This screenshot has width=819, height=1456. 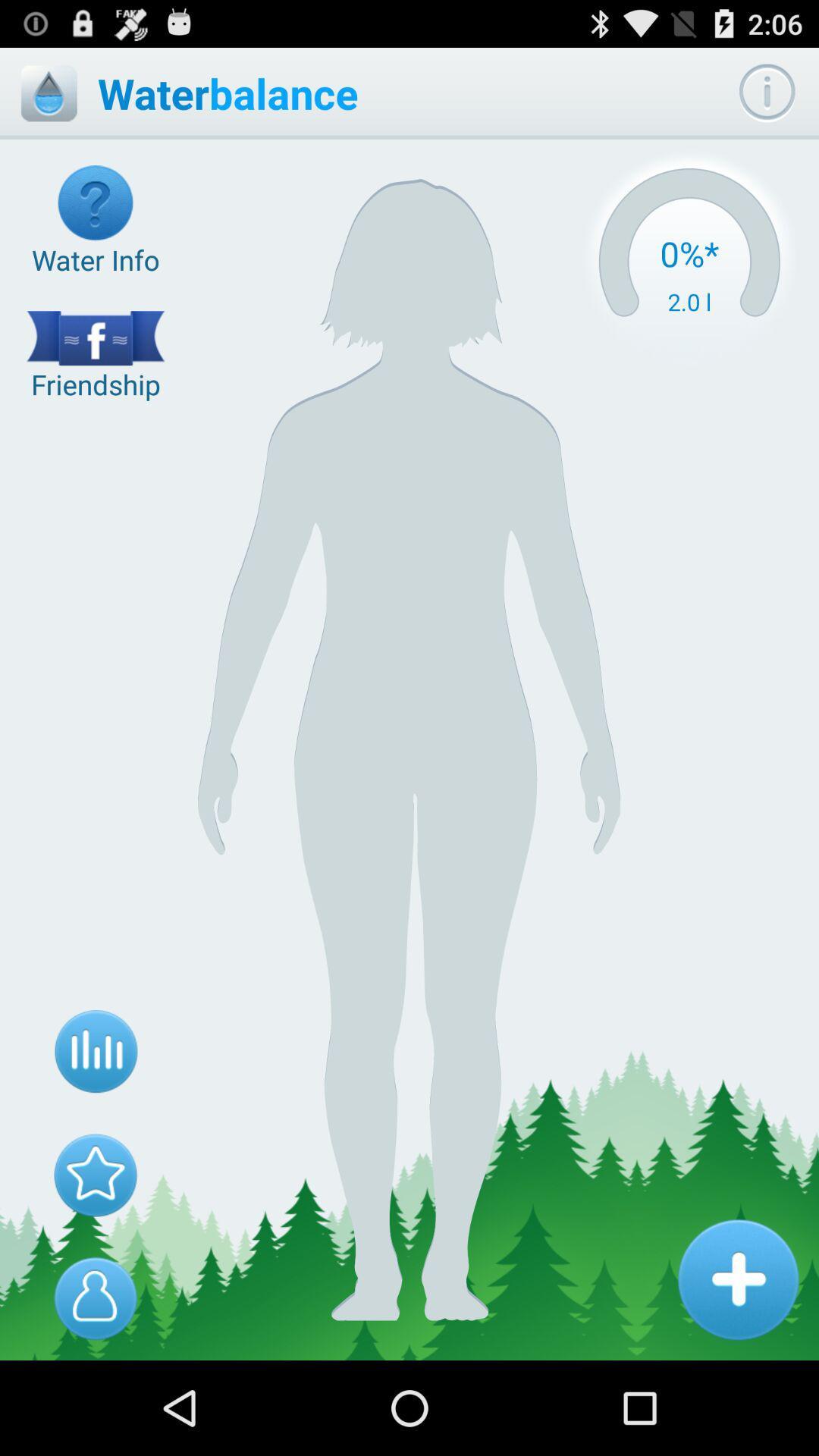 What do you see at coordinates (737, 1279) in the screenshot?
I see `item at the bottom right corner` at bounding box center [737, 1279].